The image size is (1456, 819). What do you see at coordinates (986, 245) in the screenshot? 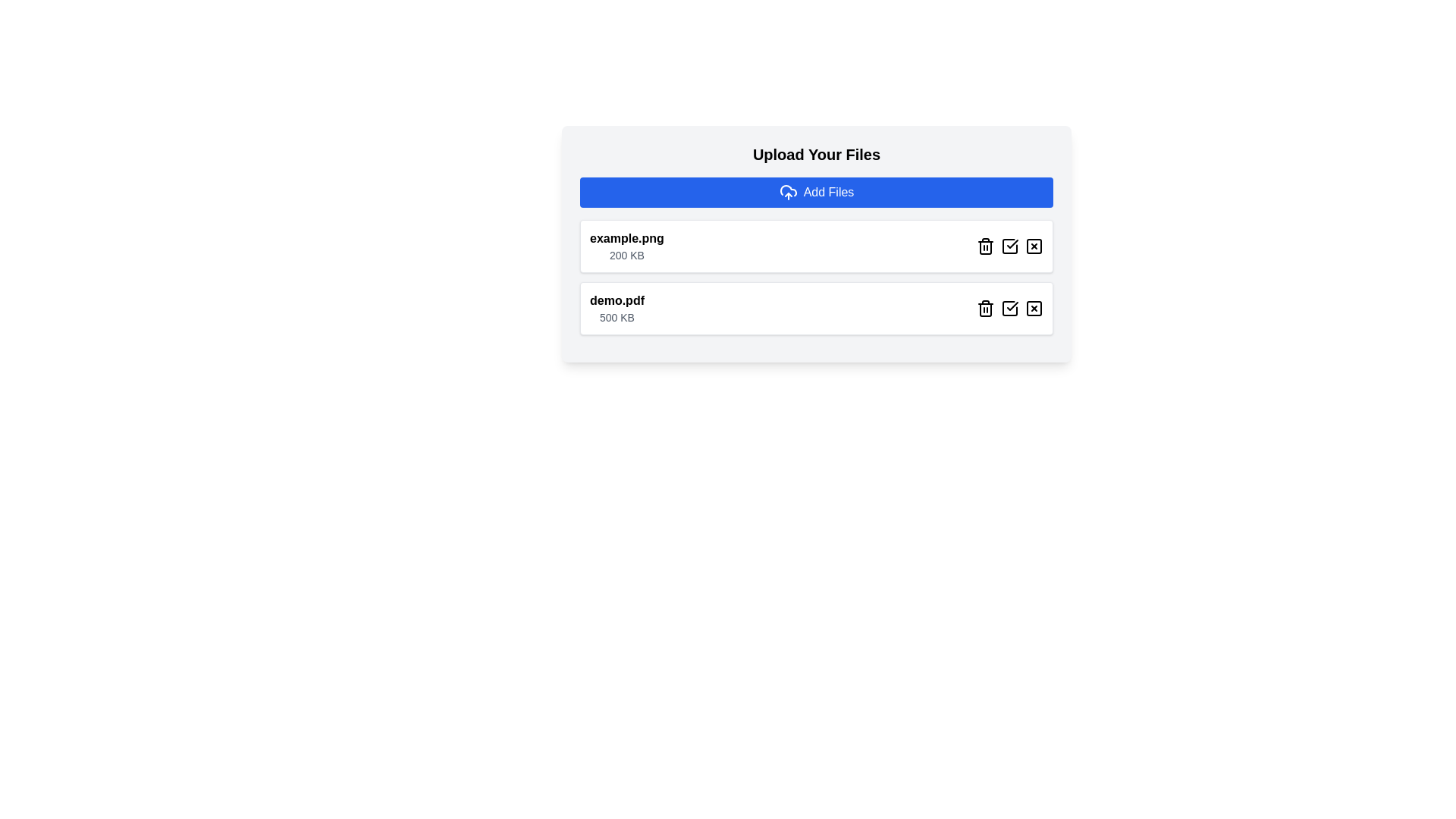
I see `the trash icon button located in the horizontal action button bar` at bounding box center [986, 245].